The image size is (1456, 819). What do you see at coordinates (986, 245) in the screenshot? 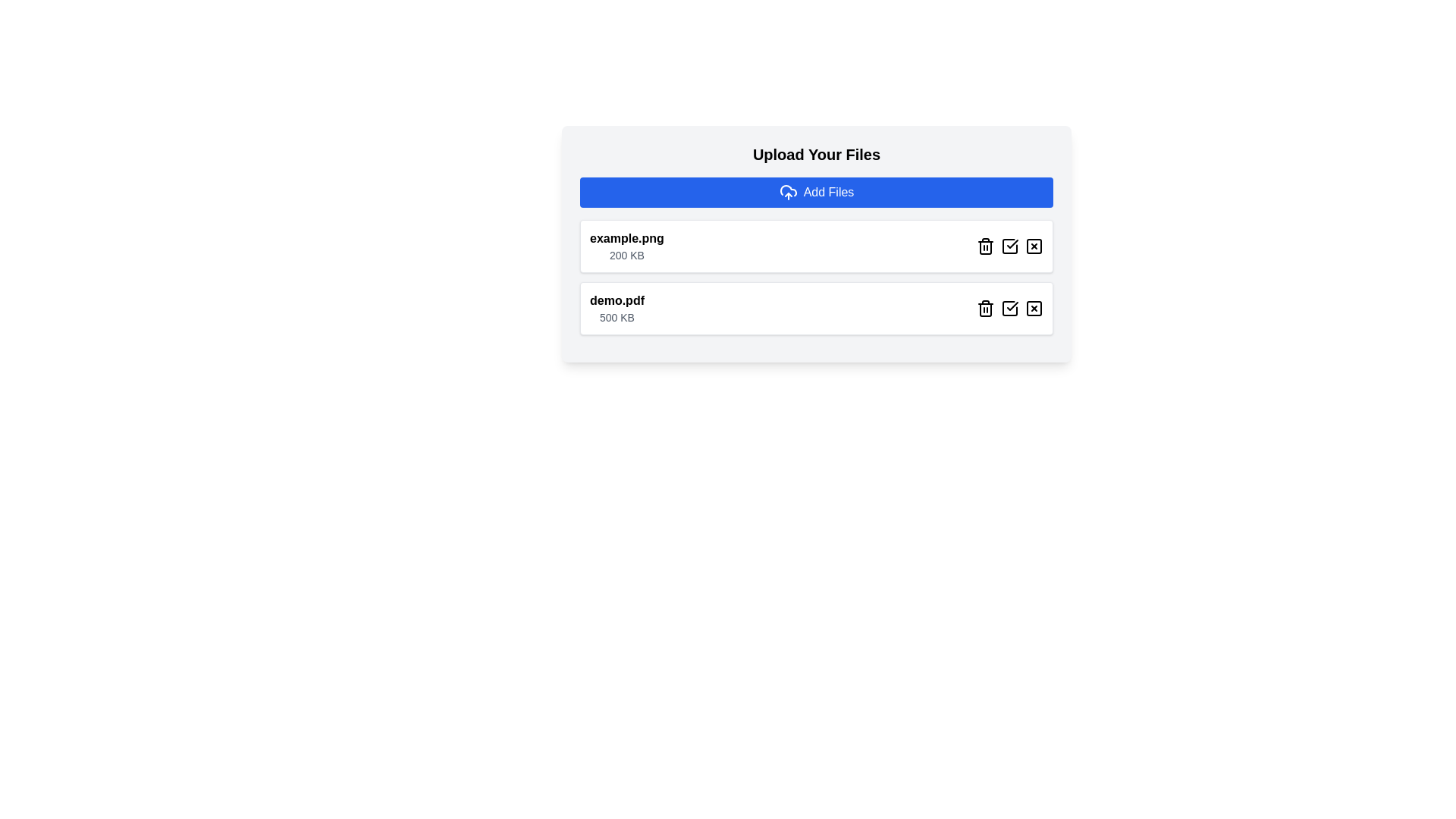
I see `the trash icon button located in the horizontal action button bar` at bounding box center [986, 245].